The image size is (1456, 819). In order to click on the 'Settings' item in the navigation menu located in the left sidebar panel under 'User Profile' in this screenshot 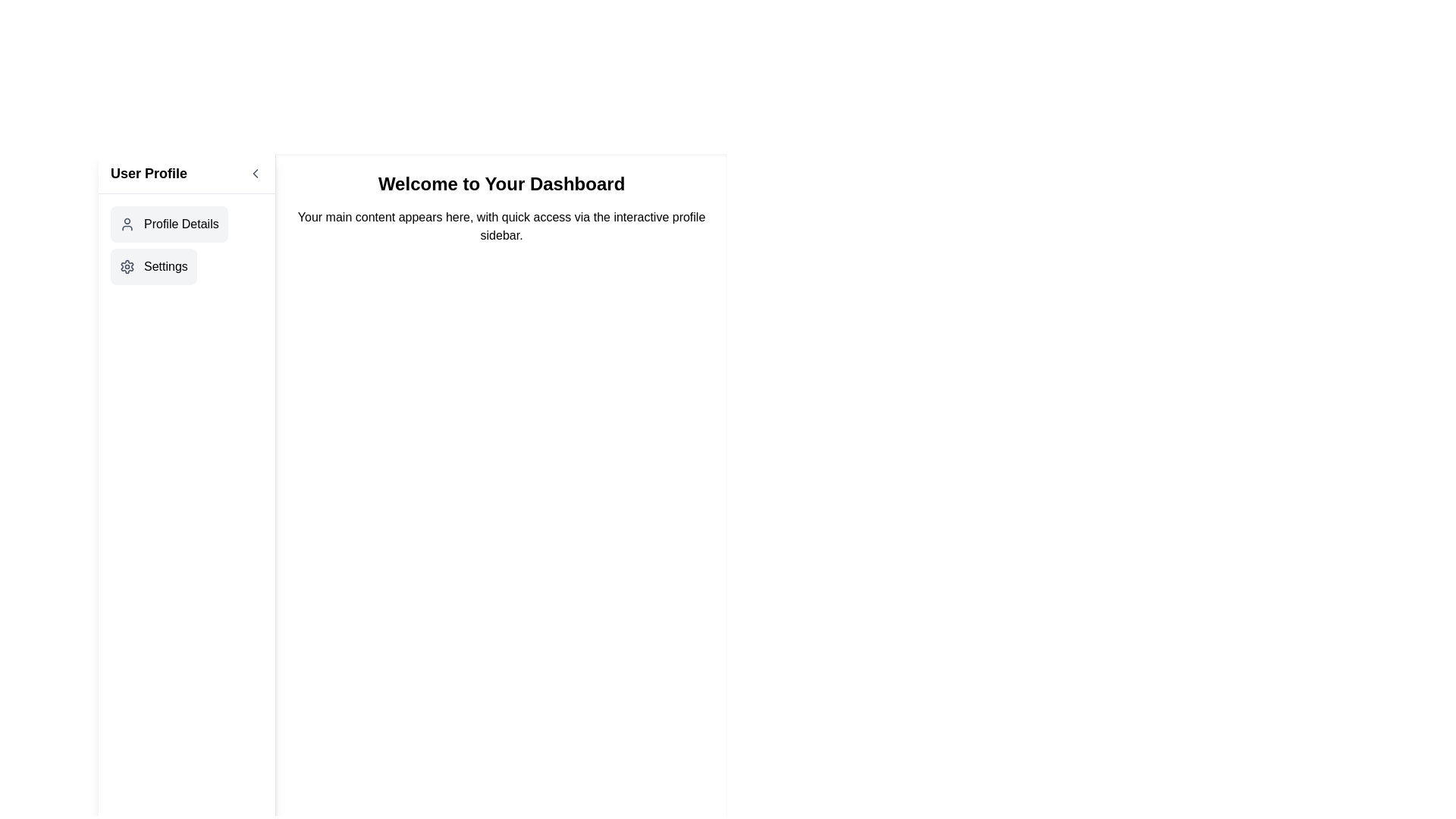, I will do `click(186, 245)`.